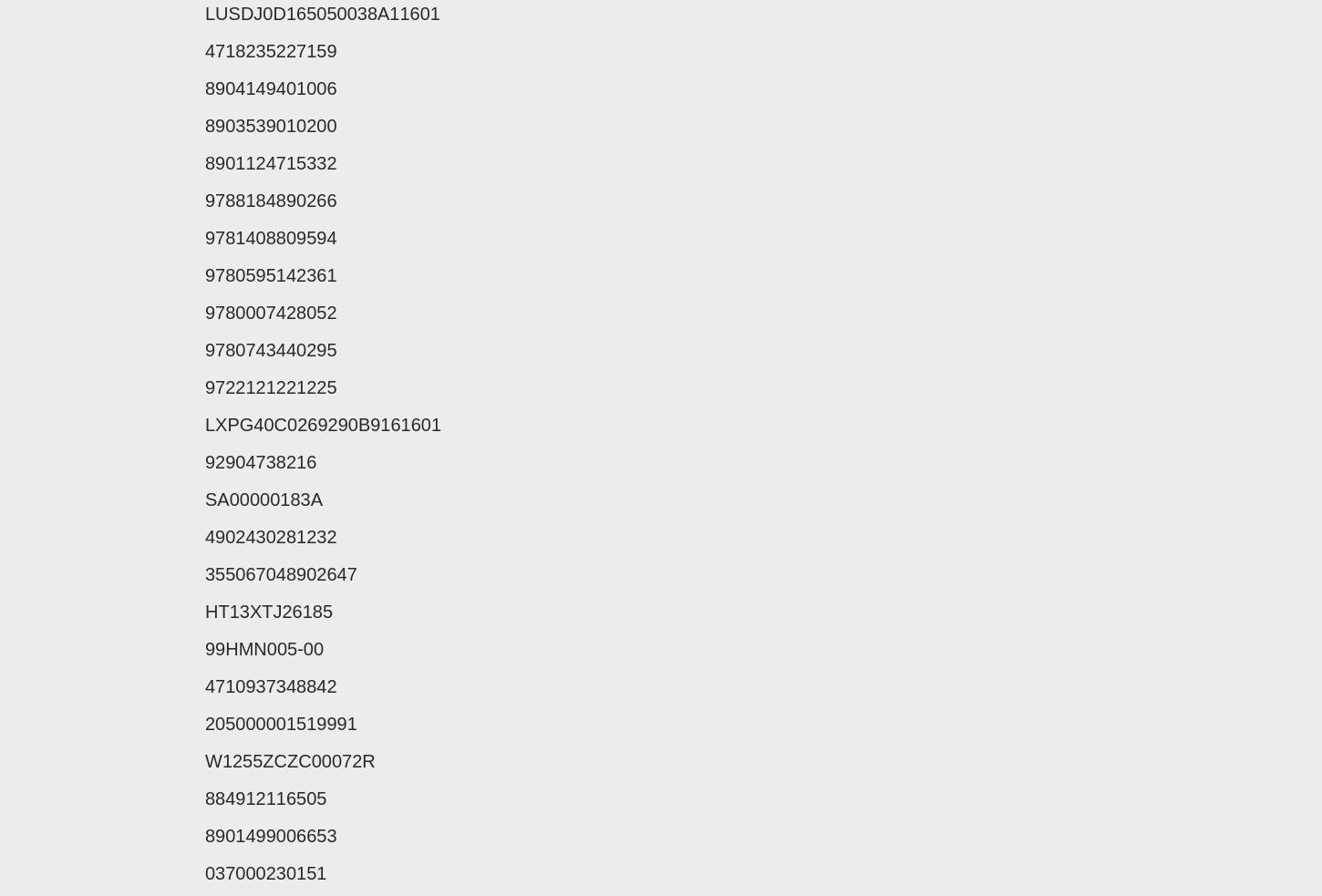  I want to click on 'LXPG40C0269290B9161601', so click(204, 424).